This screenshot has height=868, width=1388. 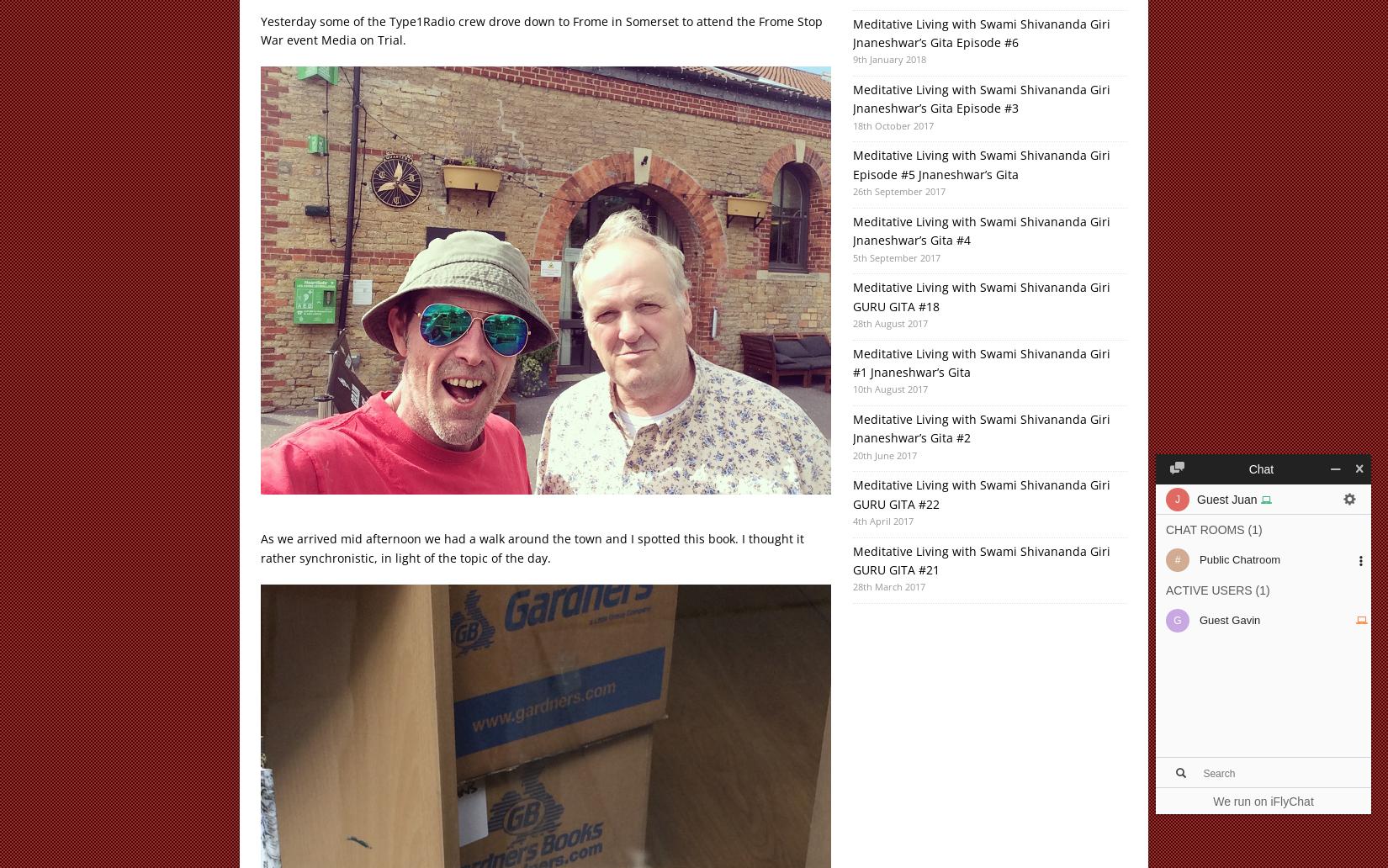 I want to click on '10th August 2017', so click(x=889, y=388).